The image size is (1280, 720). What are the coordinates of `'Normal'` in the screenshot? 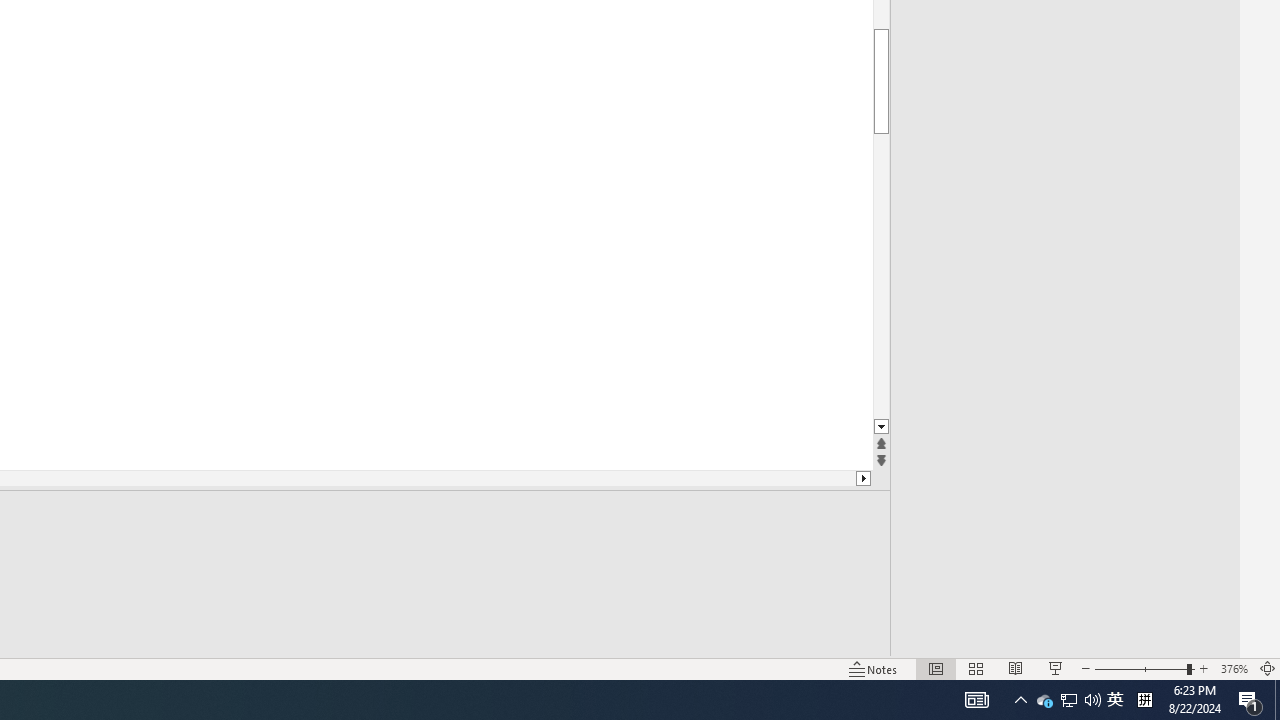 It's located at (935, 669).